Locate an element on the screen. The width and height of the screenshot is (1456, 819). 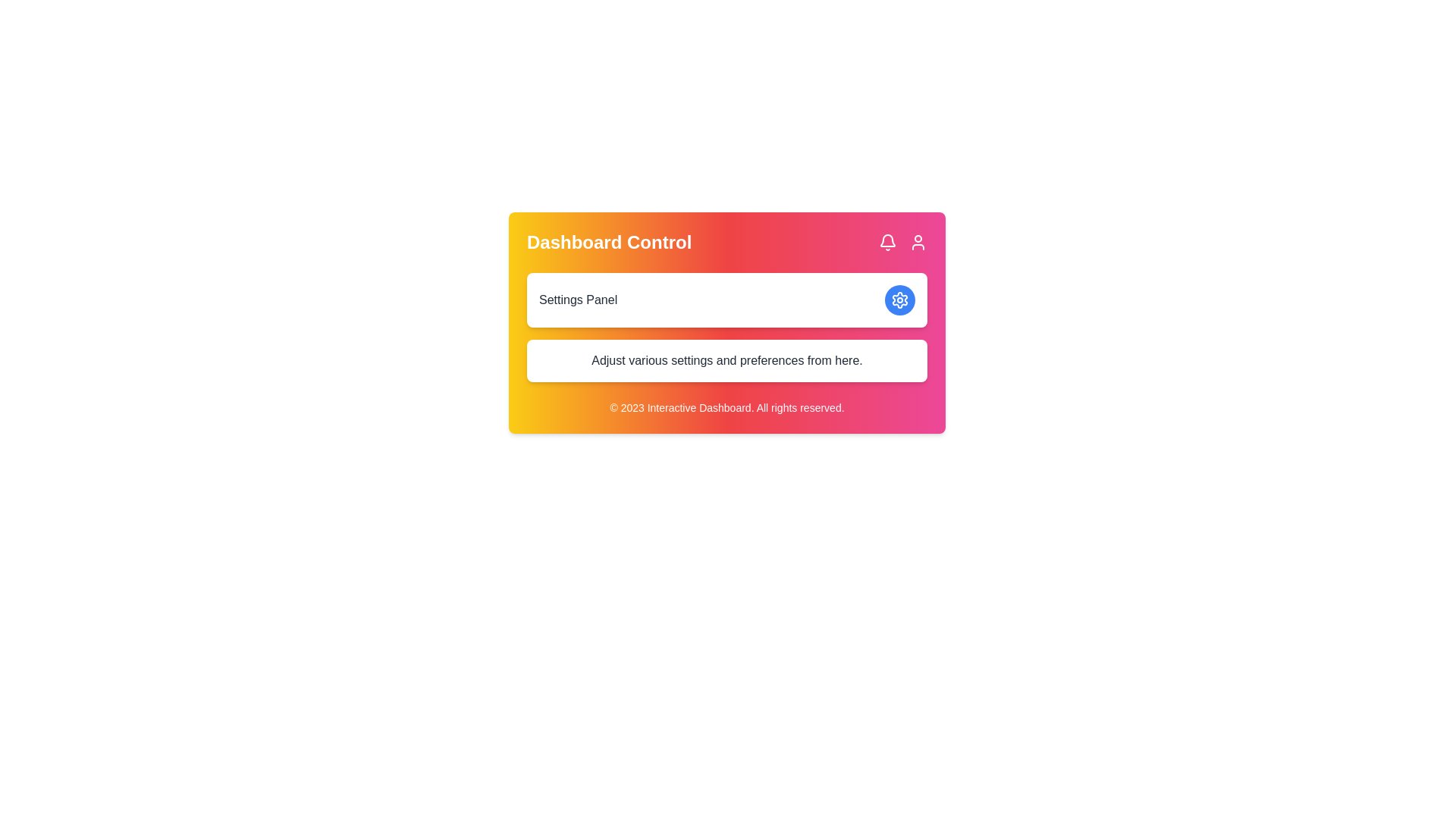
text in the 'Settings Panel' interface element located within the 'Dashboard Control' card, which consists of a title, interactive gear icon, and descriptive text is located at coordinates (726, 327).